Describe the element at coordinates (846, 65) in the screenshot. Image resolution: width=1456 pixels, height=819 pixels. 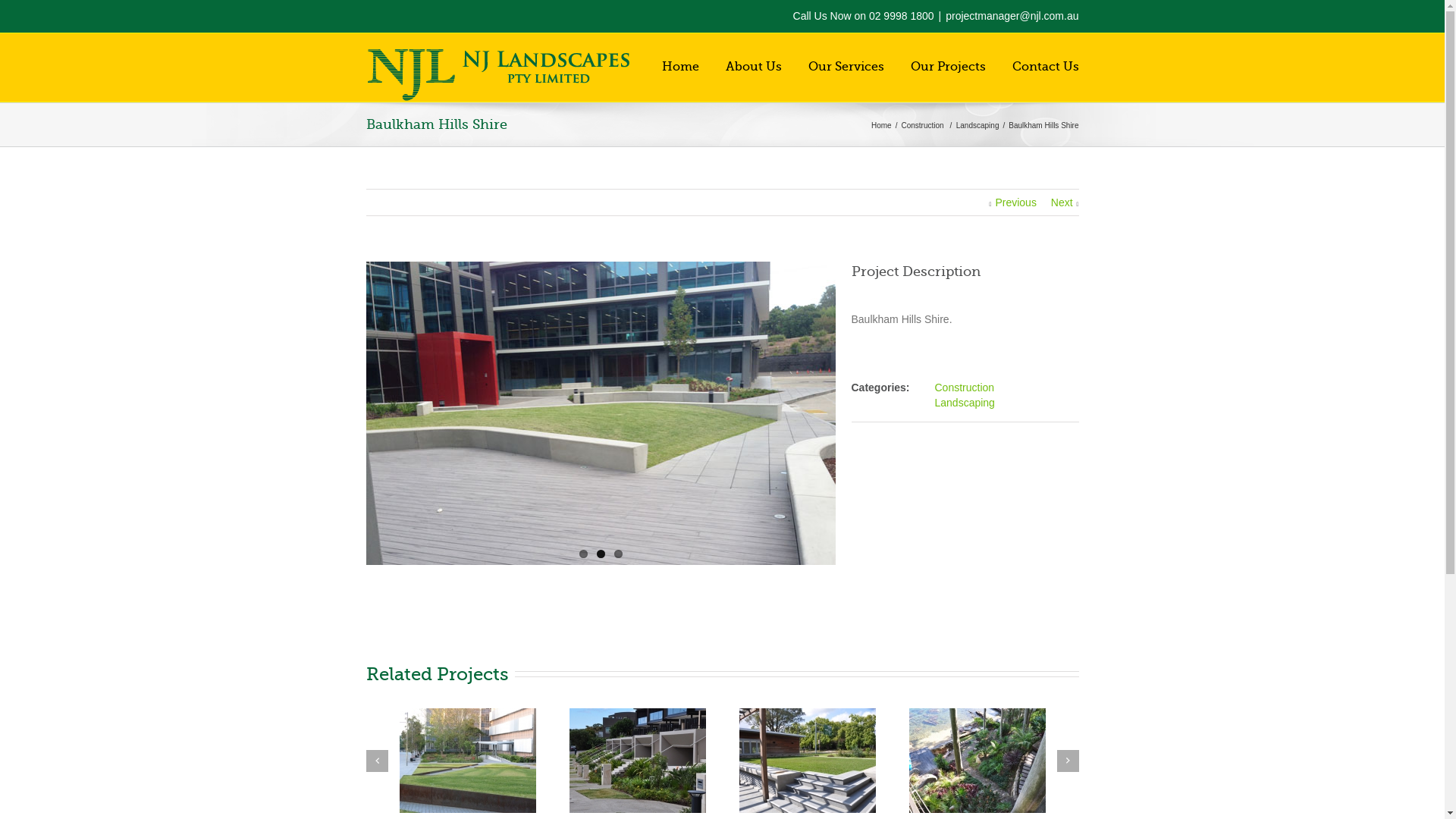
I see `'Our Services'` at that location.